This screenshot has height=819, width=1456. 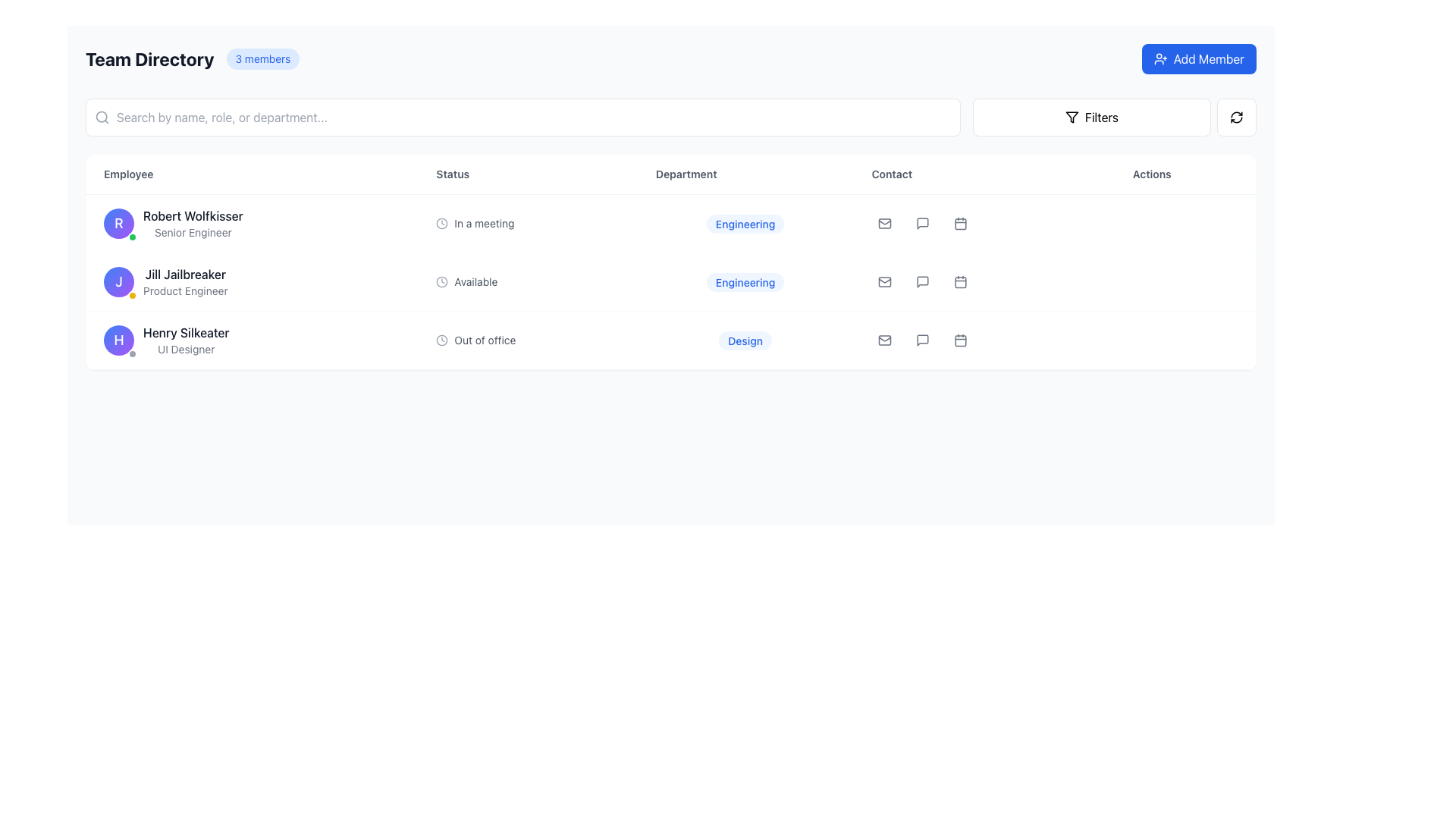 What do you see at coordinates (1071, 116) in the screenshot?
I see `the filtering icon located in the upper-right region of the interface within the 'Filters' button` at bounding box center [1071, 116].